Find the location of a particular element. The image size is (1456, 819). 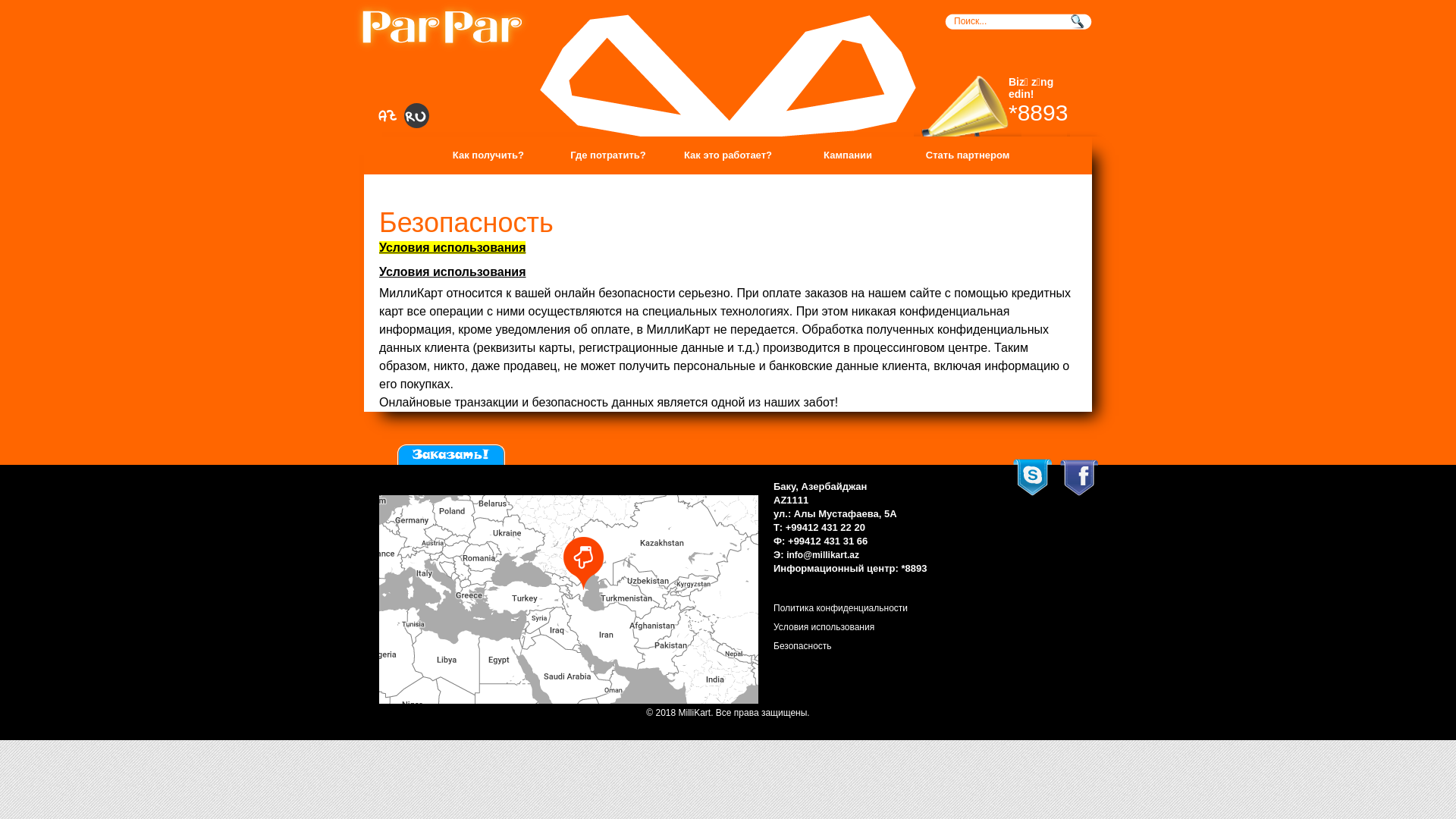

'Azeri (AZ)' is located at coordinates (387, 115).